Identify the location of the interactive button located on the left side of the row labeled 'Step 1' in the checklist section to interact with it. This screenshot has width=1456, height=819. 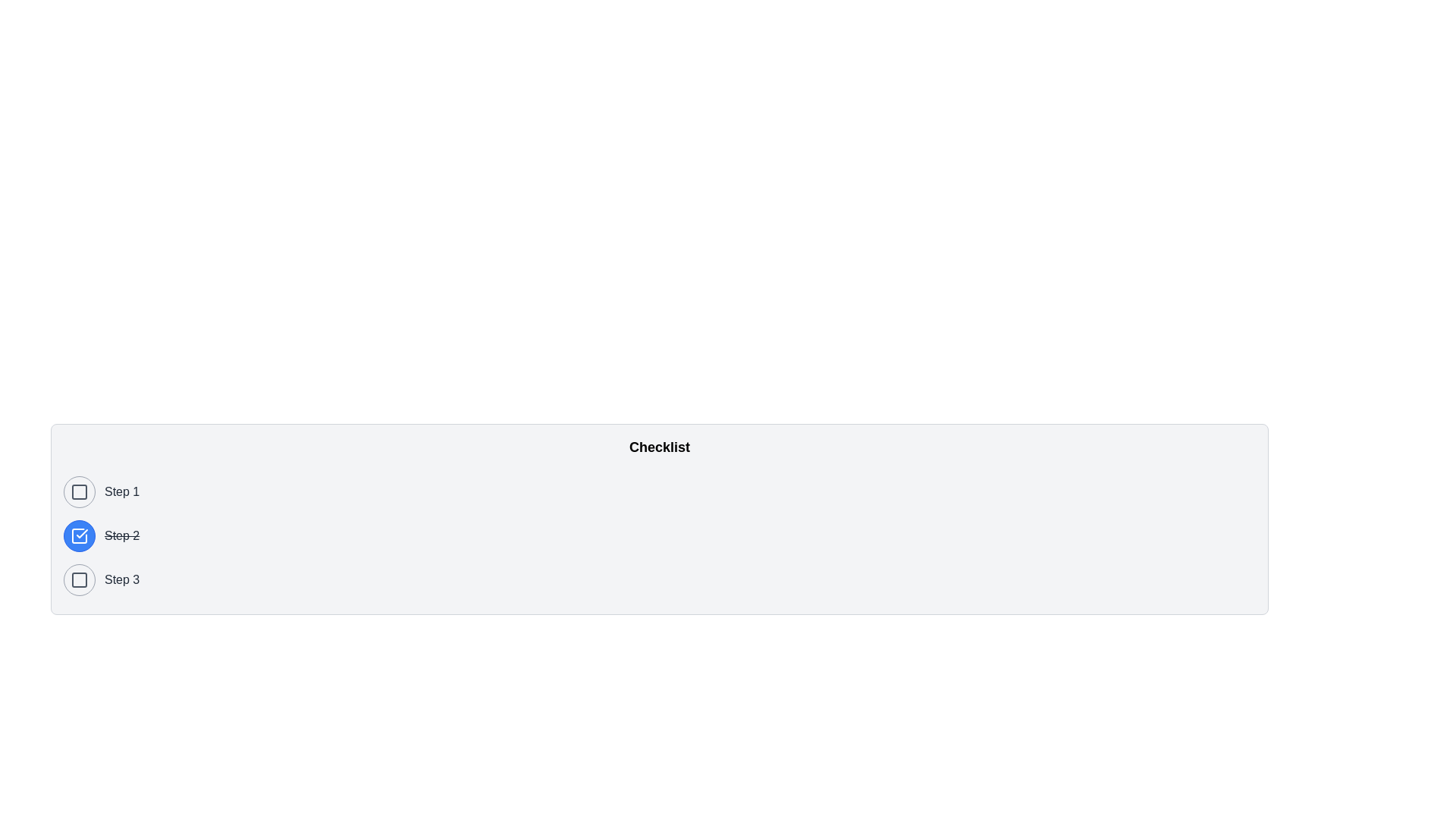
(79, 491).